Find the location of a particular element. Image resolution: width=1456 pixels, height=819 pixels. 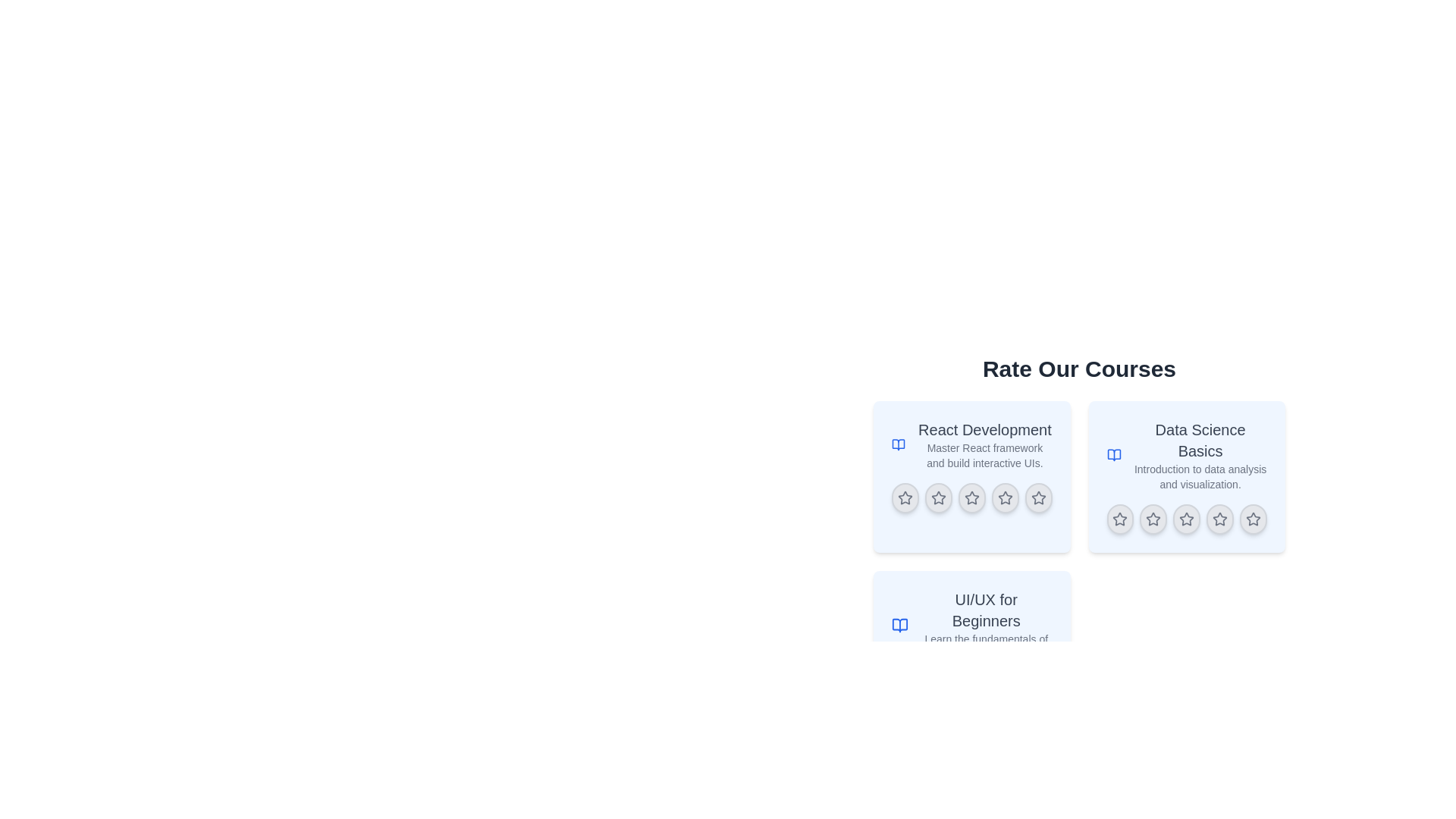

the stylized star icon outlined with dark gray within the circular button in the 'Rate Our Courses' section for the 'Data Science Basics' course card to rate it is located at coordinates (1186, 519).